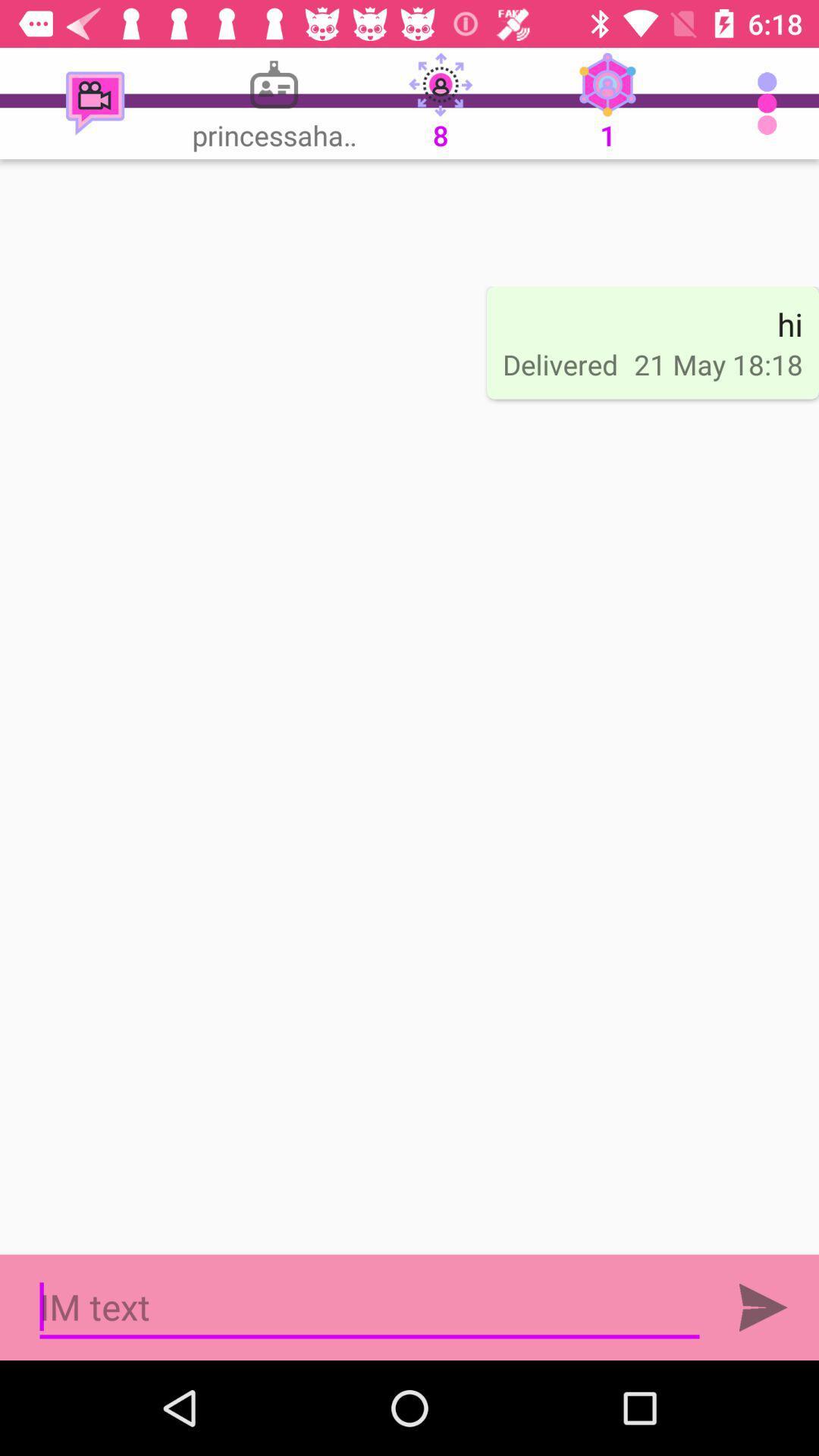 The height and width of the screenshot is (1456, 819). Describe the element at coordinates (763, 1307) in the screenshot. I see `next page` at that location.